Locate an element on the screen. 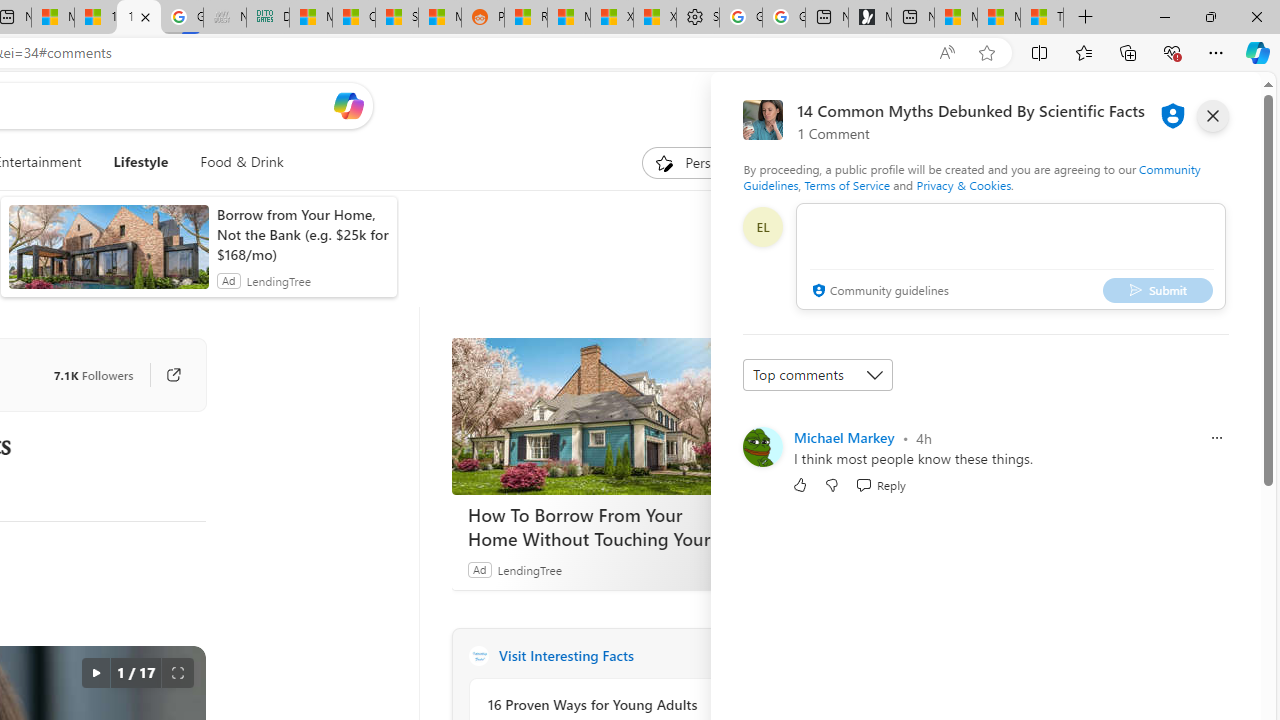  'comment-box' is located at coordinates (1011, 255).